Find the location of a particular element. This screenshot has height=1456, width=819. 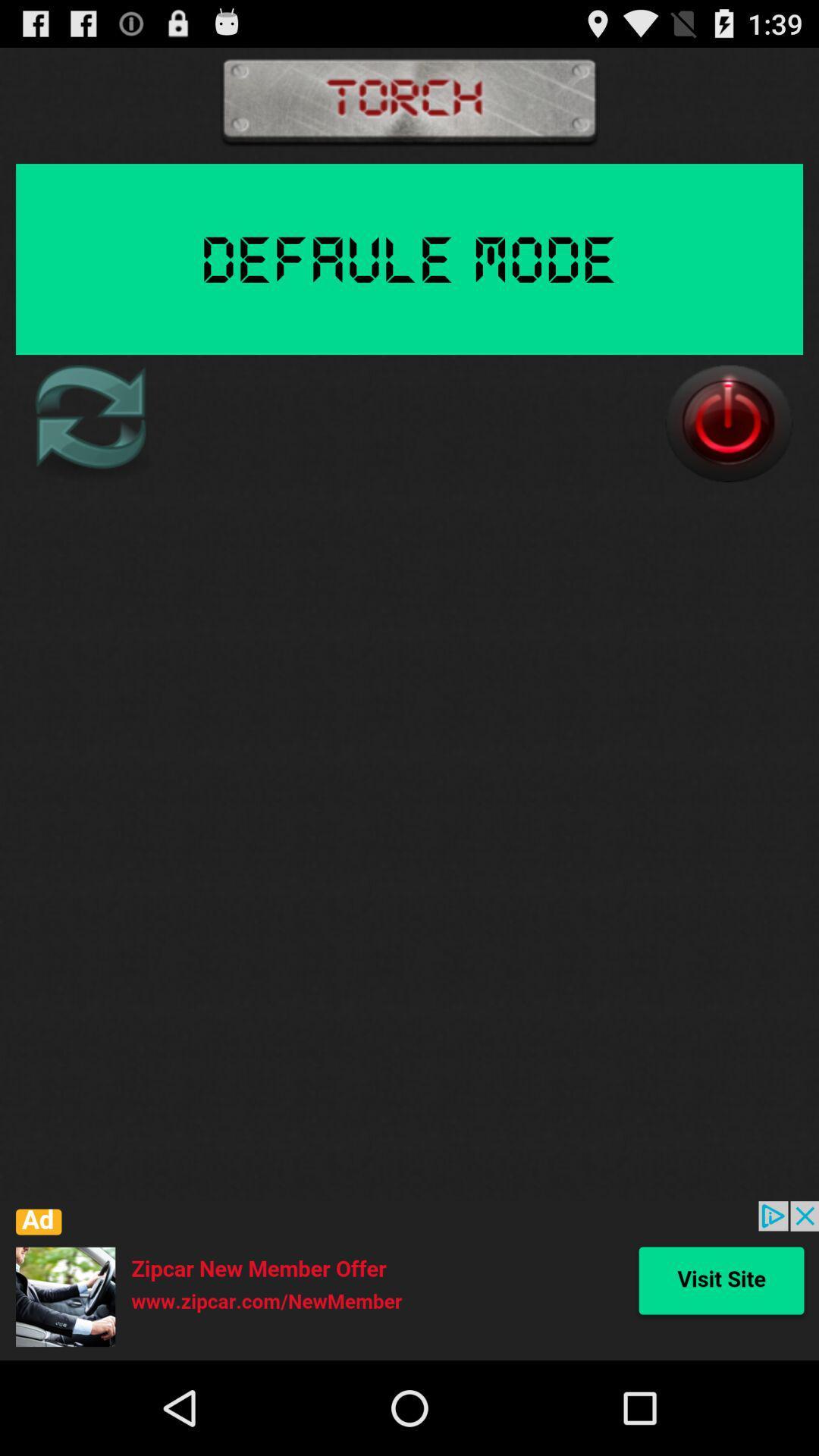

refresh page is located at coordinates (89, 423).